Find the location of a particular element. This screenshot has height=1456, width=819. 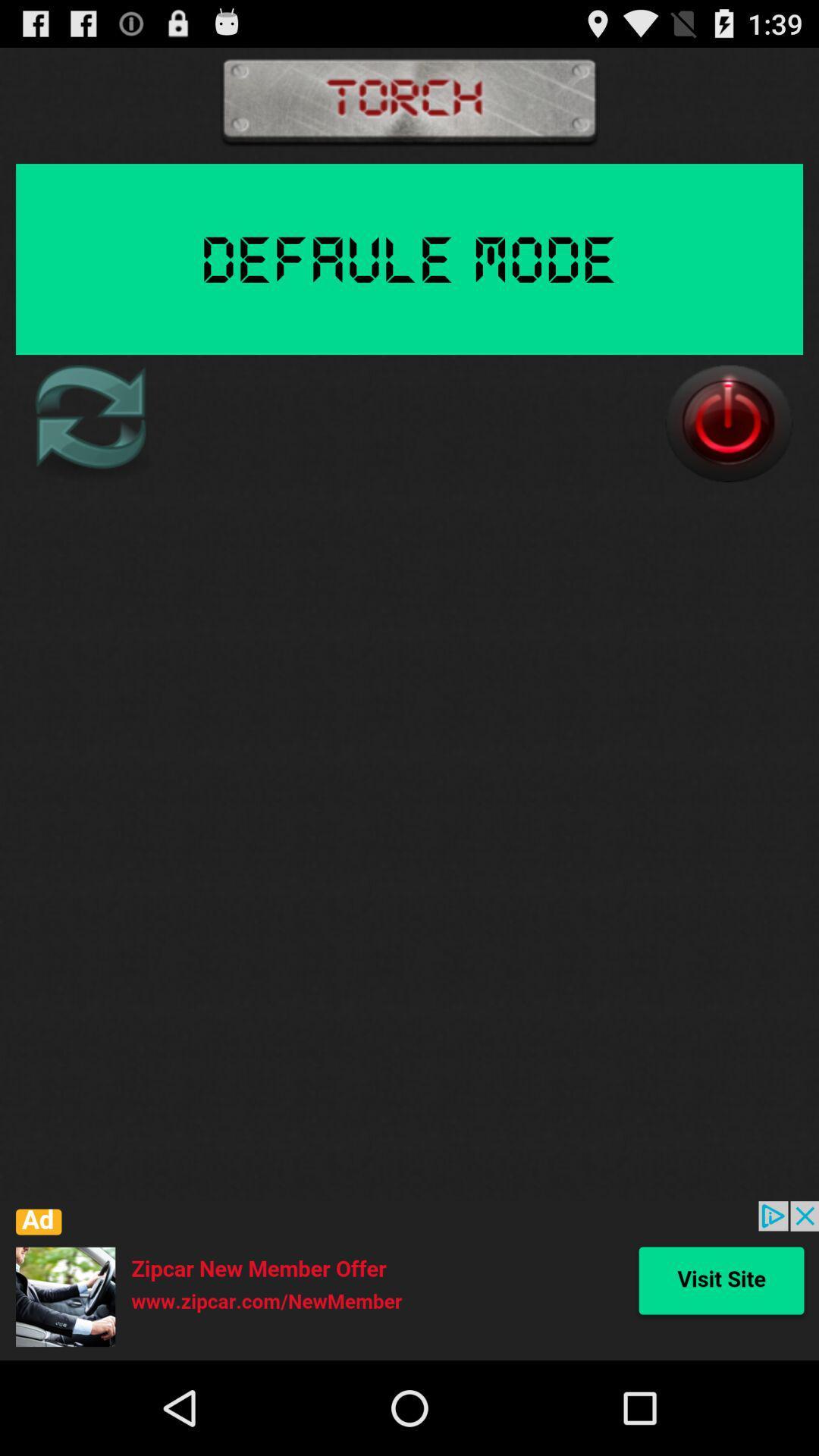

refresh page is located at coordinates (89, 423).